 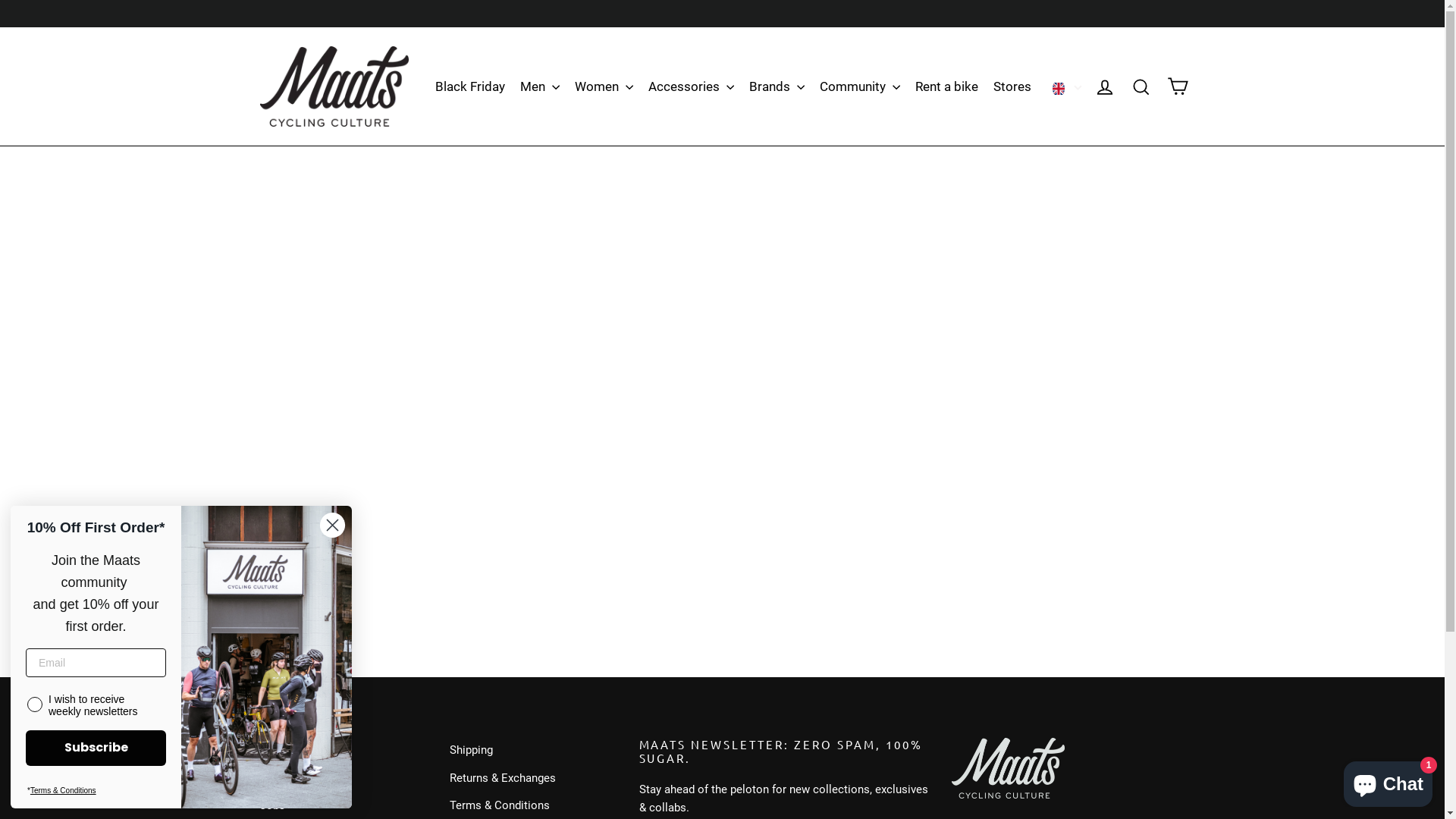 What do you see at coordinates (690, 86) in the screenshot?
I see `'Accessories'` at bounding box center [690, 86].